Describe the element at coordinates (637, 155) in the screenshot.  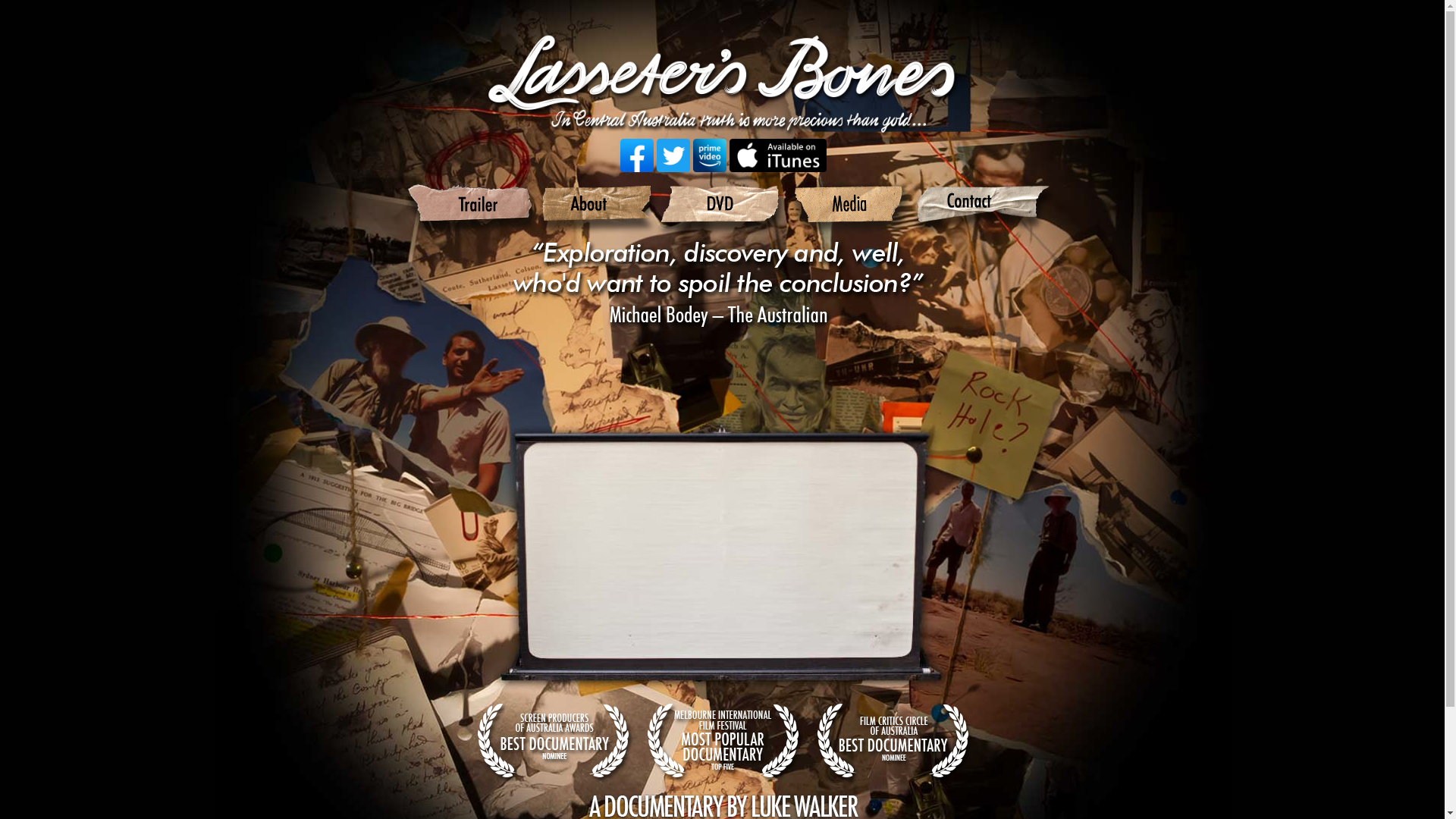
I see `'Lasseters Bones Facebook Page'` at that location.